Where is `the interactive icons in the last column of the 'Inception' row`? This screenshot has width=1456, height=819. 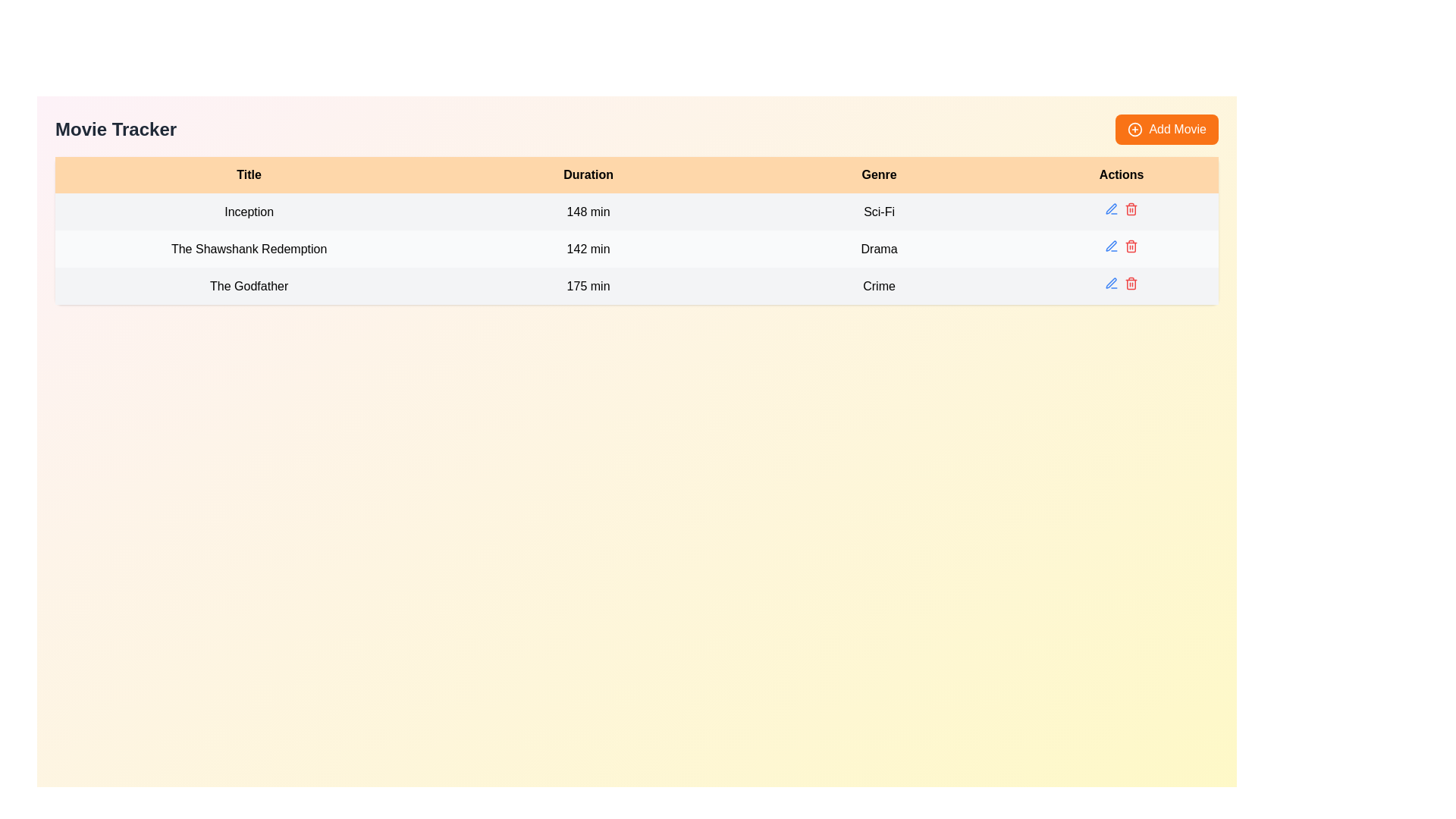 the interactive icons in the last column of the 'Inception' row is located at coordinates (1122, 212).